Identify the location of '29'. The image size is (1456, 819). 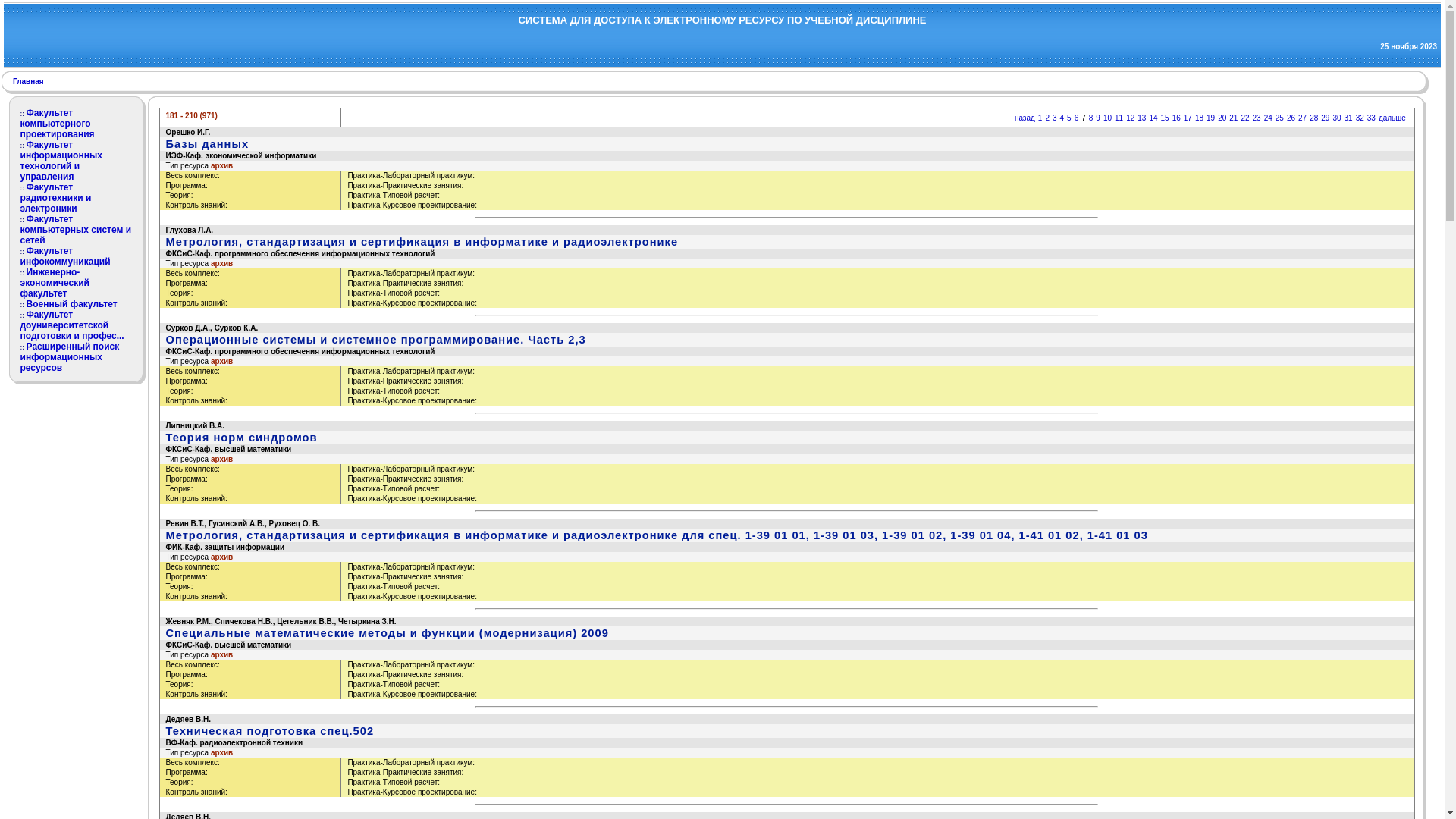
(1324, 117).